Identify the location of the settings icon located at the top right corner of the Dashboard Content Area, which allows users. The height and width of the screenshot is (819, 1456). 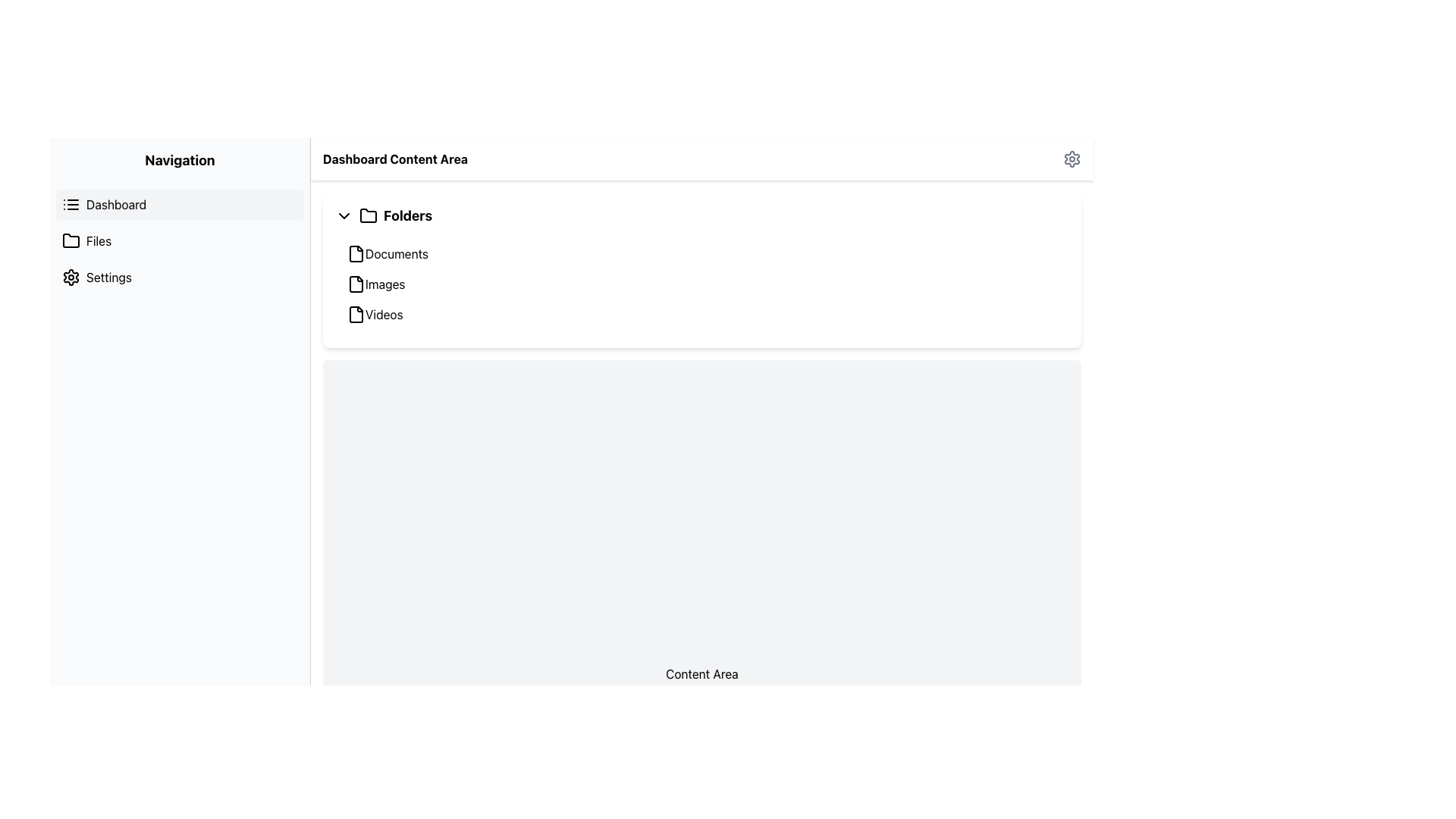
(1072, 158).